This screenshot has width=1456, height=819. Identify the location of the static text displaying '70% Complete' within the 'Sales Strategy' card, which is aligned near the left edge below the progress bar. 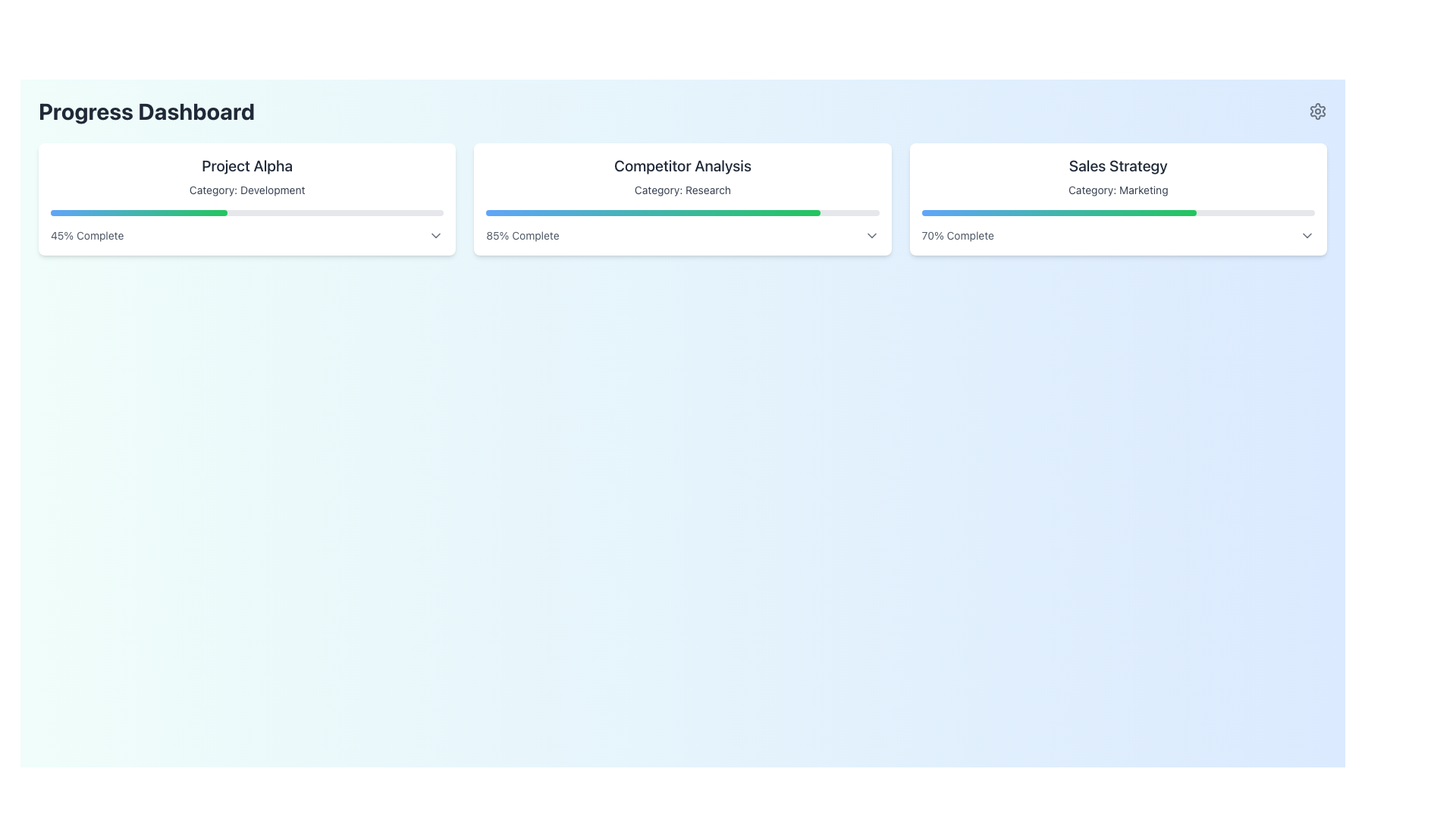
(957, 236).